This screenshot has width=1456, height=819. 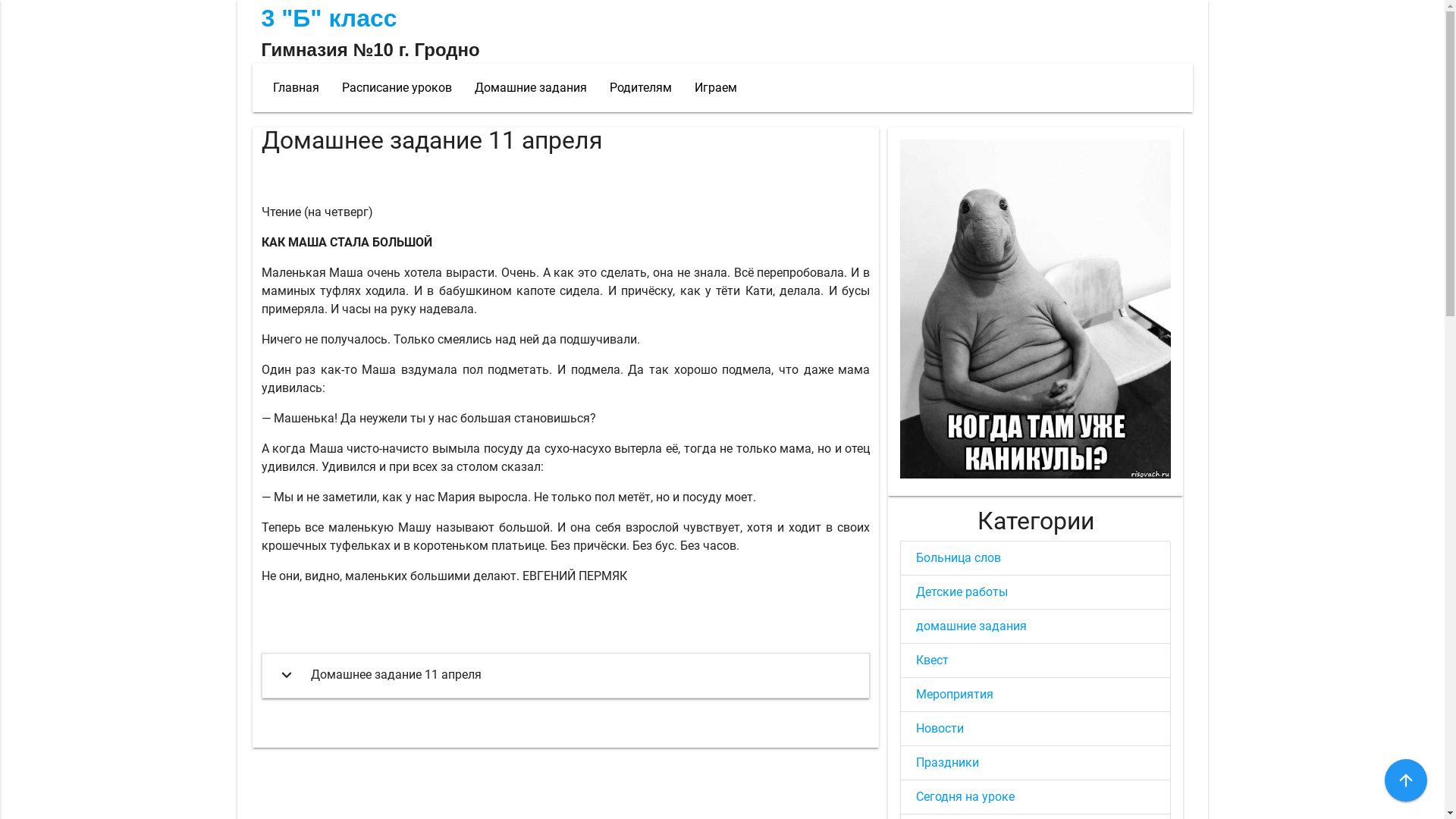 What do you see at coordinates (1404, 780) in the screenshot?
I see `'arrow_upward'` at bounding box center [1404, 780].